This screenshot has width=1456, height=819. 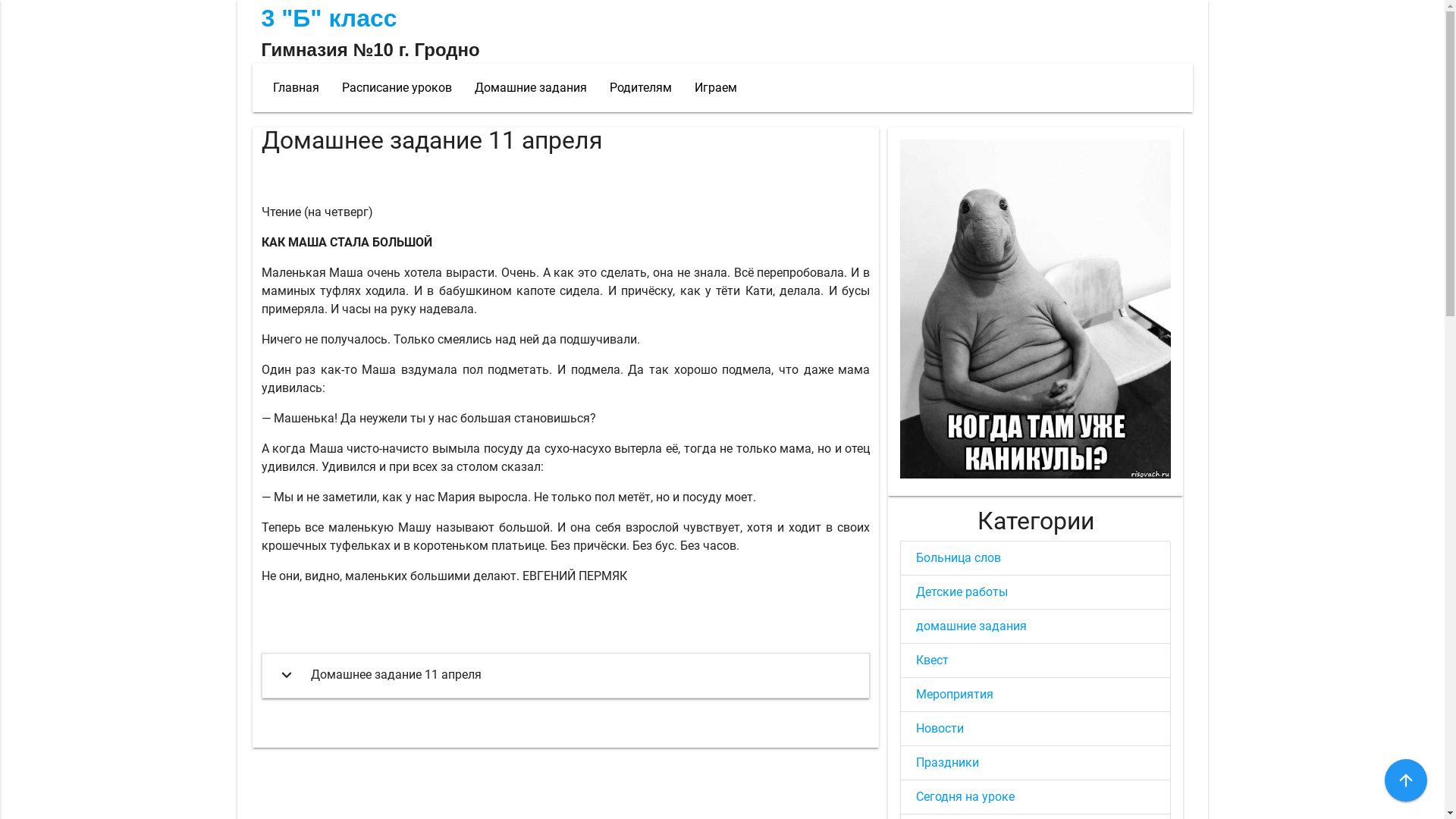 What do you see at coordinates (1404, 780) in the screenshot?
I see `'arrow_upward'` at bounding box center [1404, 780].